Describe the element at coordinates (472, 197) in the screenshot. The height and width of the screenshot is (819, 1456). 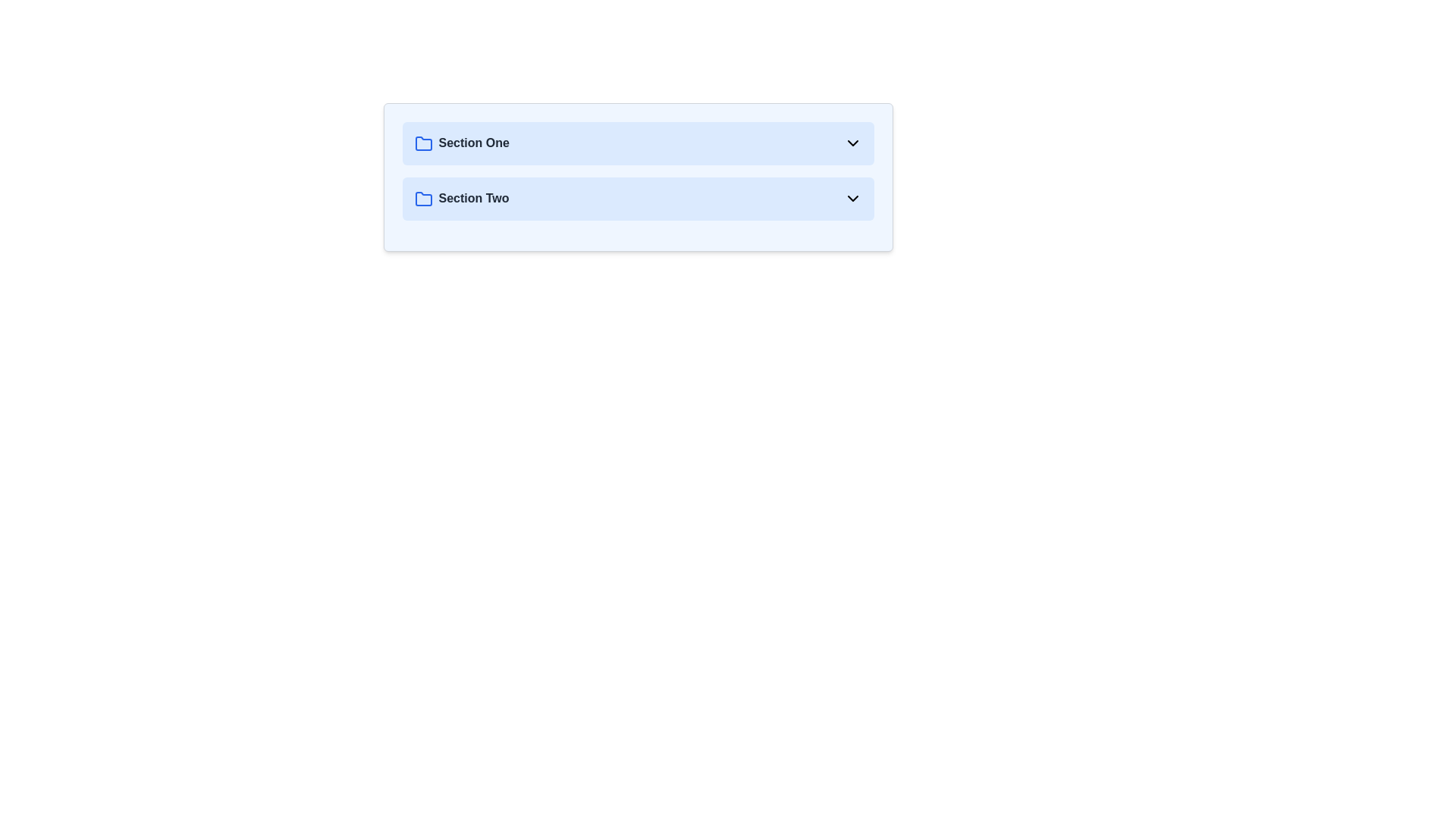
I see `the text label identifying the second section in the list` at that location.